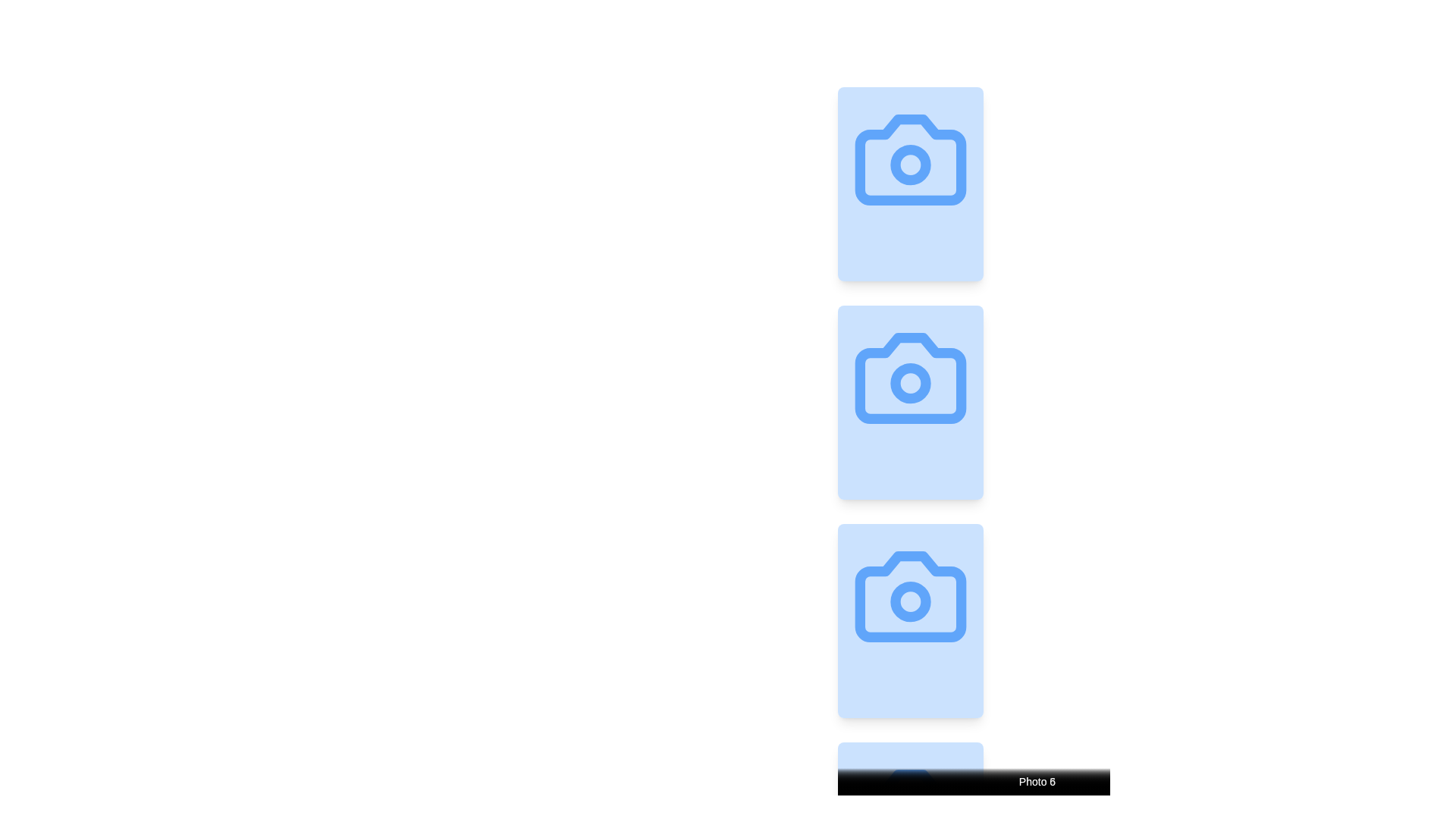 This screenshot has height=819, width=1456. What do you see at coordinates (910, 377) in the screenshot?
I see `the SVG Icon representing a photographic or camera-related feature located at the upper central position of the 'Photo 2' card` at bounding box center [910, 377].